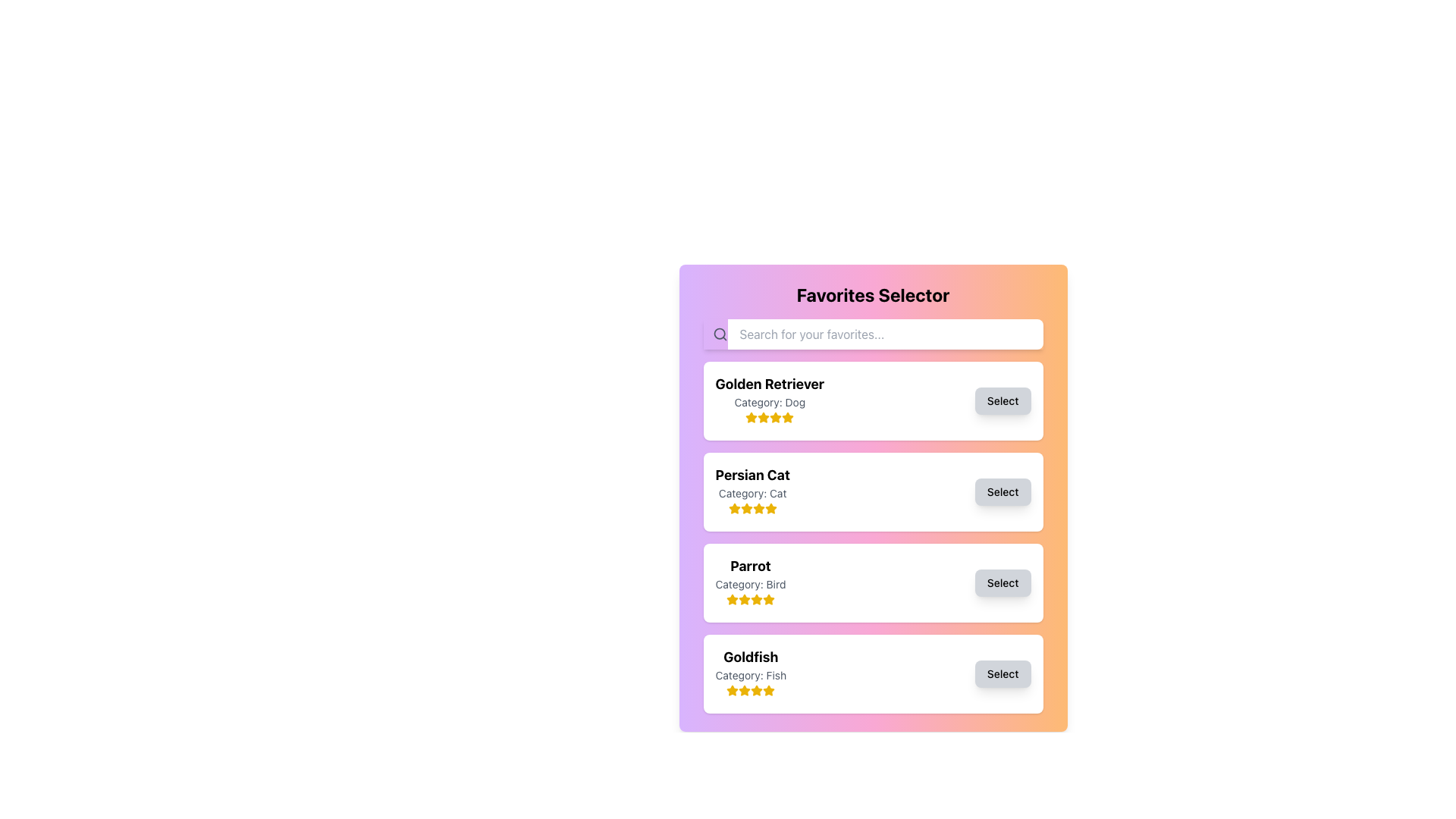 The image size is (1456, 819). Describe the element at coordinates (769, 690) in the screenshot. I see `the fifth and final filled yellow star icon in the rating system for the 'Goldfish' entry to interact with it` at that location.